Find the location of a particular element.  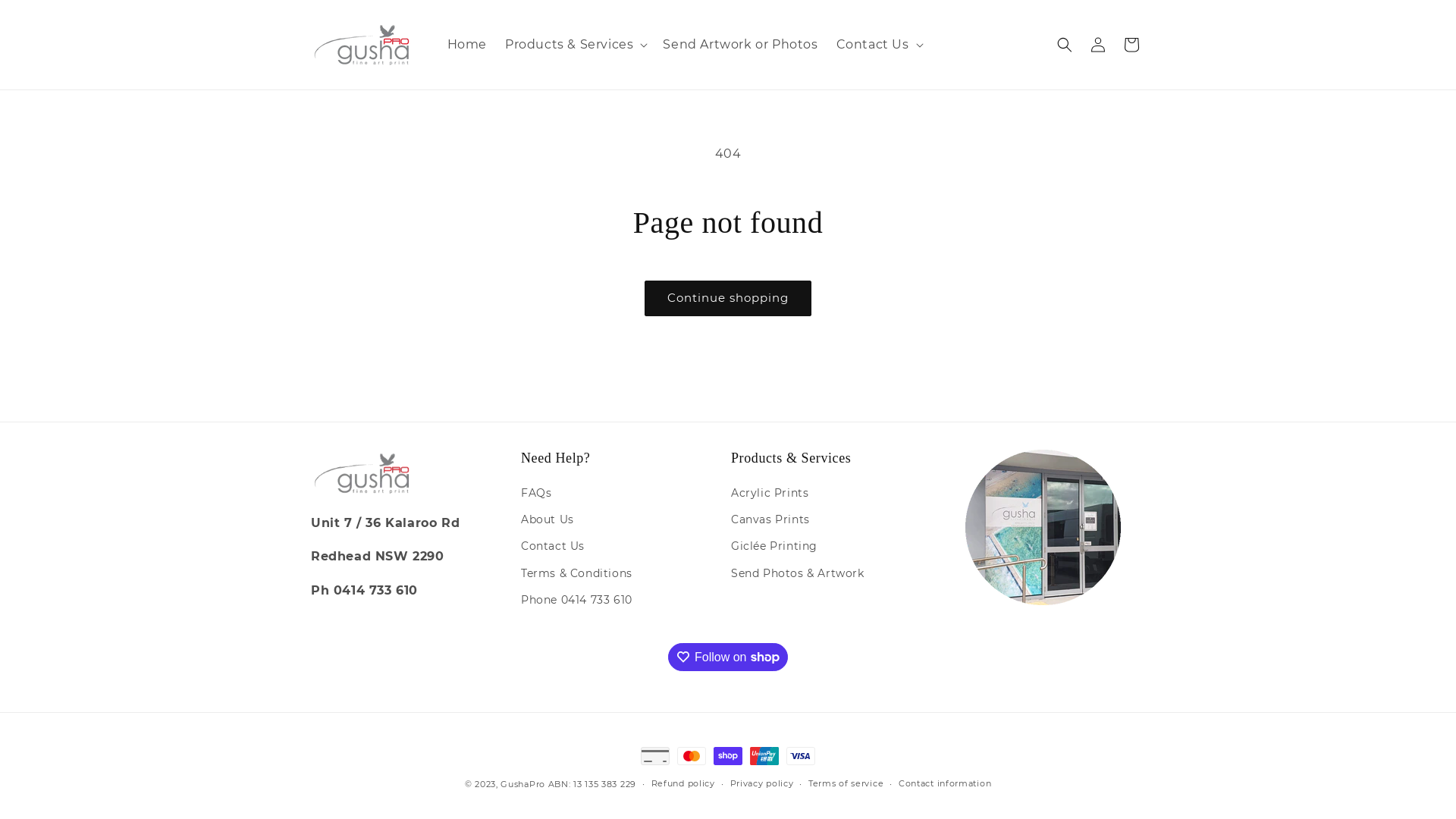

'Terms & Conditions' is located at coordinates (576, 573).